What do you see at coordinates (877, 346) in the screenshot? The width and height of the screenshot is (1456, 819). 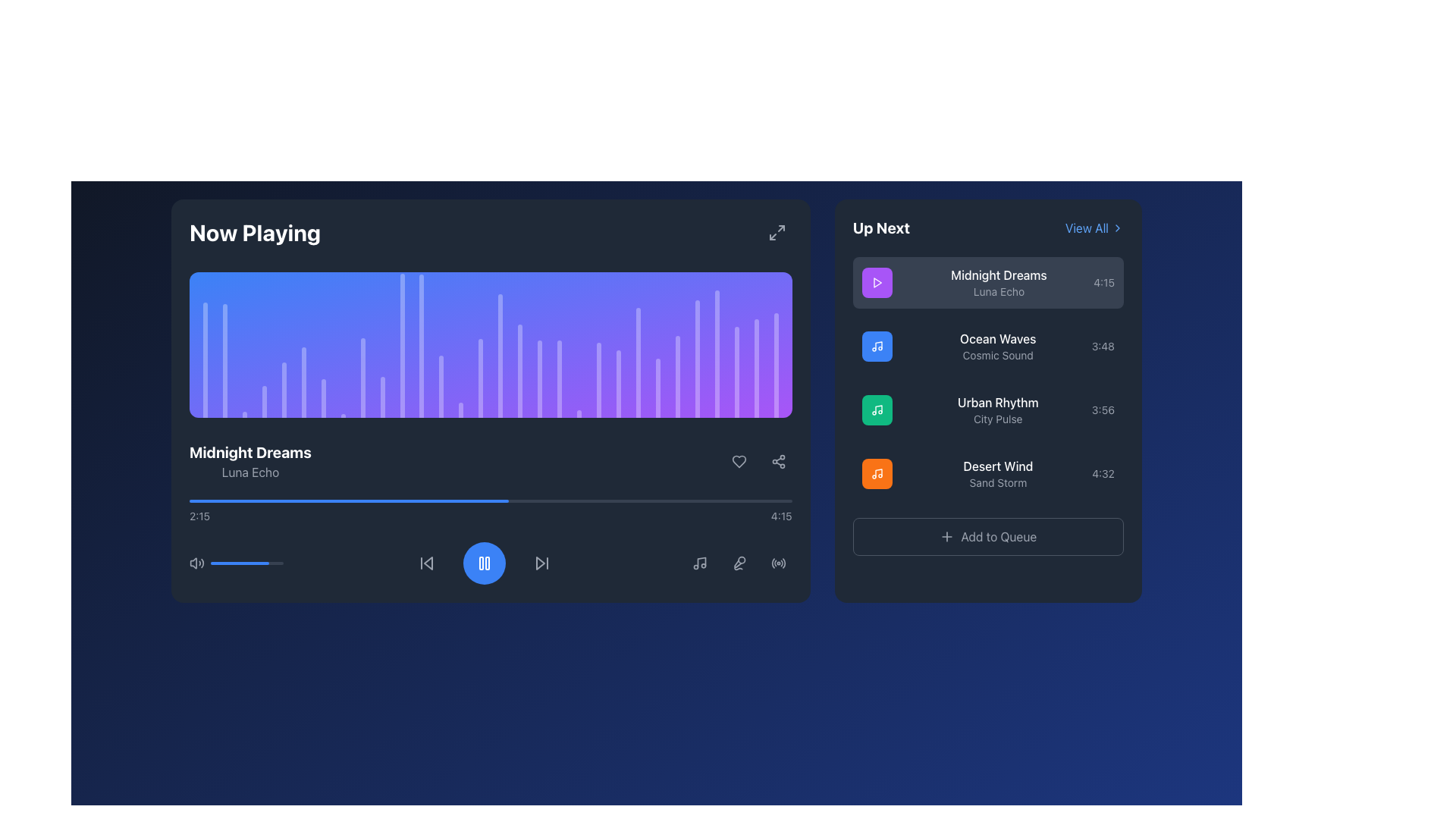 I see `the 'Ocean Waves' icon located in the 'Up Next' section, which is the second icon in the list and is positioned to the left of the 'Ocean Waves' track title` at bounding box center [877, 346].